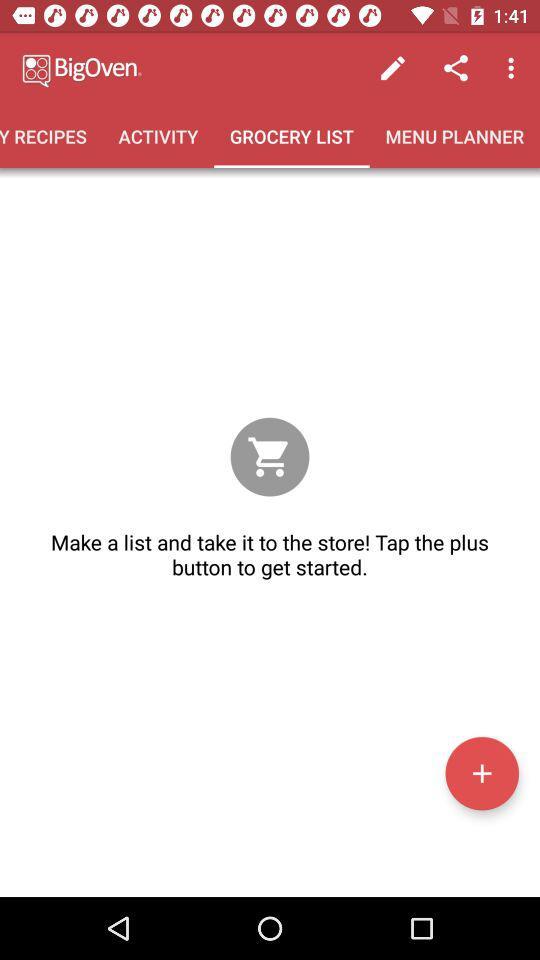 Image resolution: width=540 pixels, height=960 pixels. I want to click on the item above menu planner, so click(513, 68).